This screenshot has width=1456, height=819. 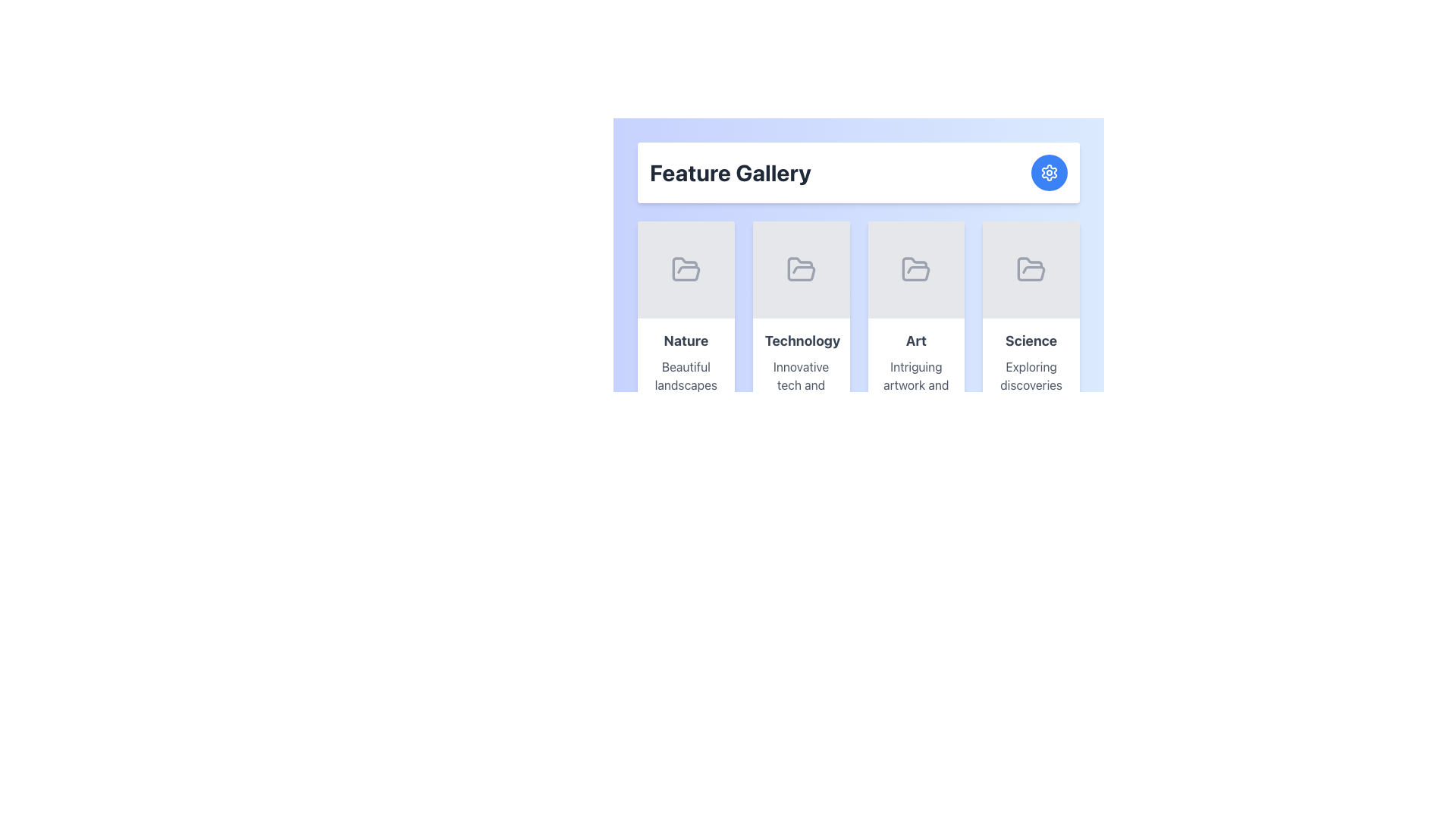 What do you see at coordinates (915, 384) in the screenshot?
I see `the descriptive text element located within the third card beneath the 'Art' title, which provides a thematic summary related to artwork and paintings` at bounding box center [915, 384].